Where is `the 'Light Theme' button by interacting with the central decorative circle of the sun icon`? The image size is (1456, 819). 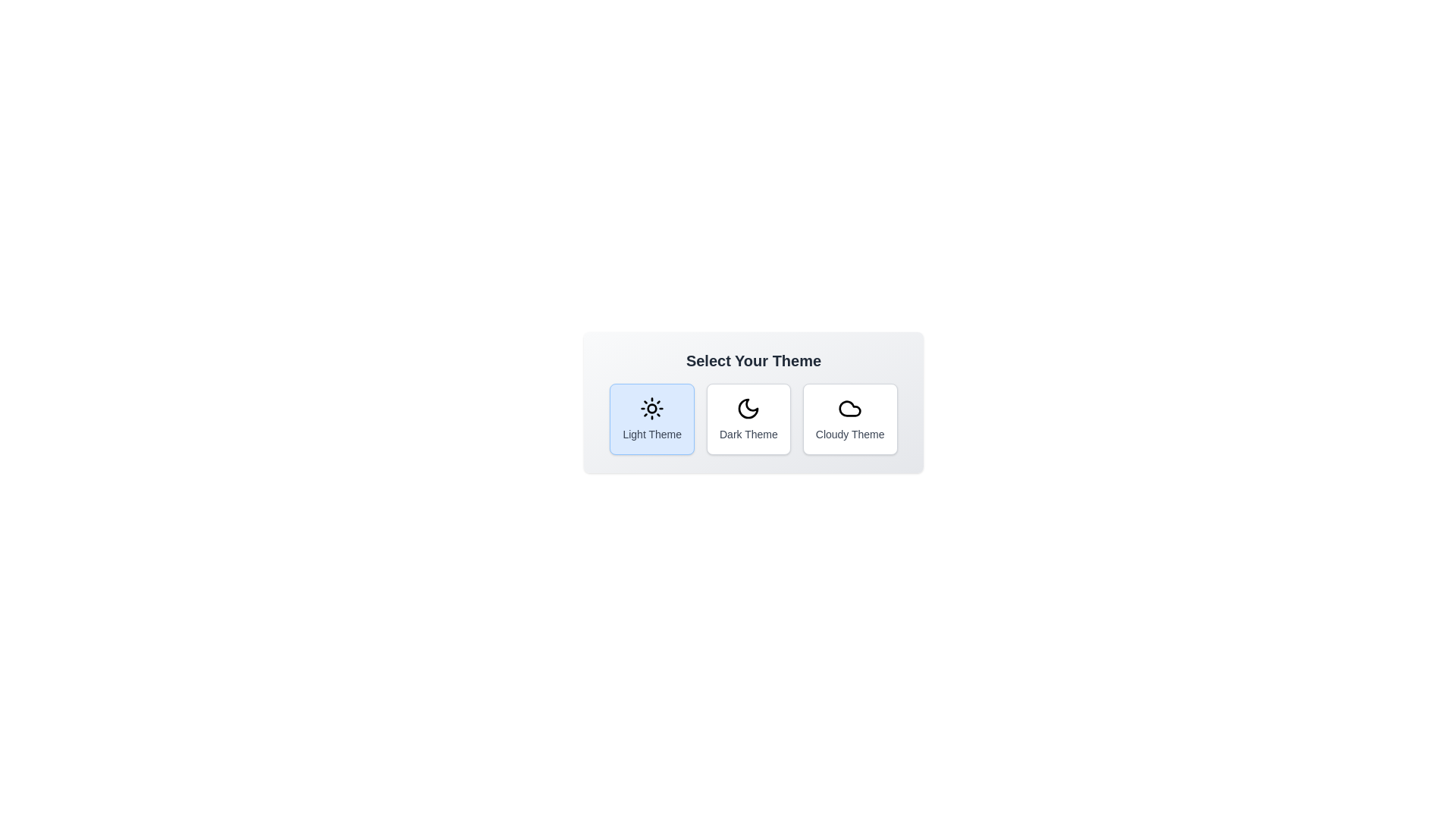
the 'Light Theme' button by interacting with the central decorative circle of the sun icon is located at coordinates (652, 408).